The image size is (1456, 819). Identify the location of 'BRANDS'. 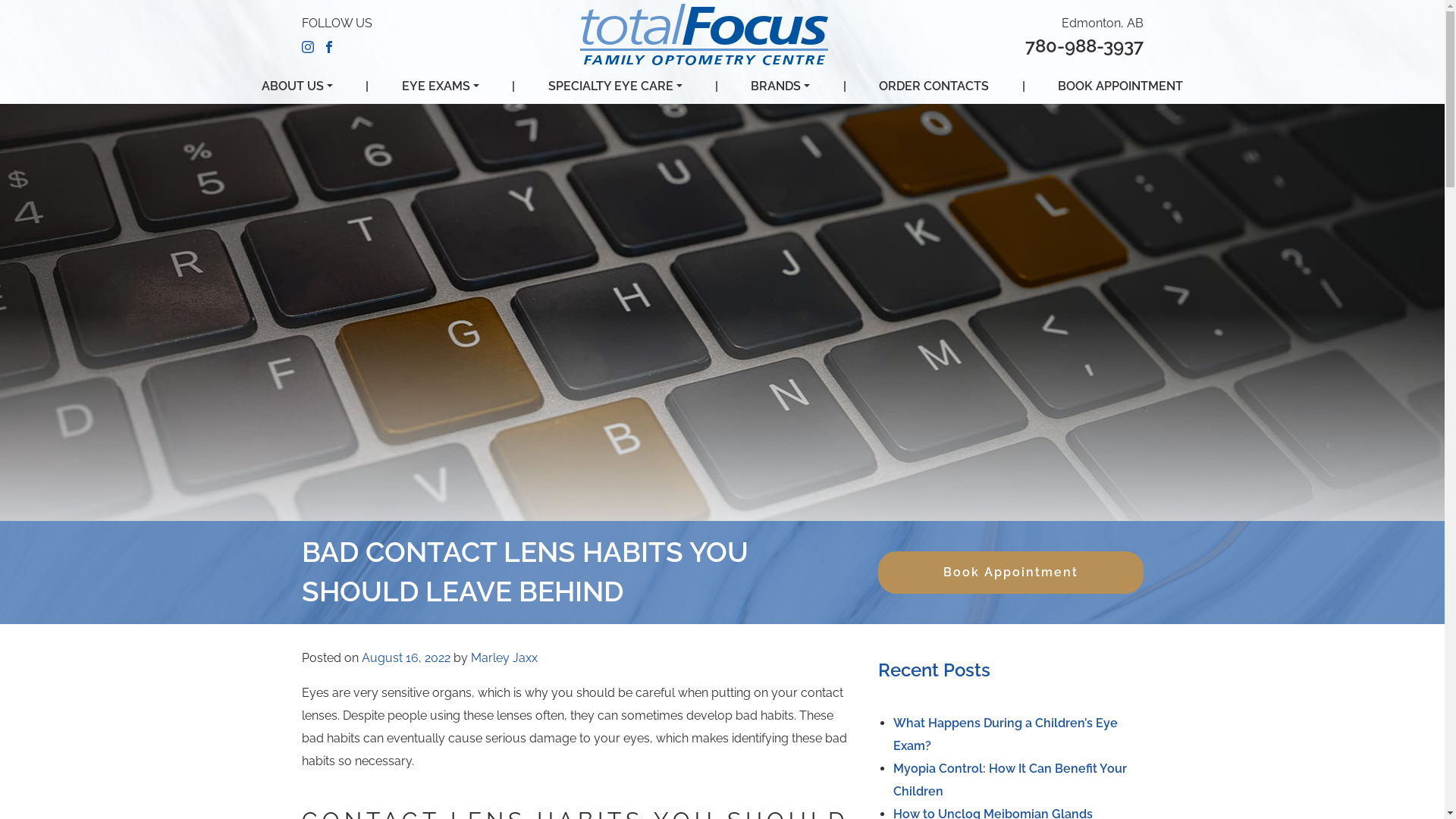
(780, 86).